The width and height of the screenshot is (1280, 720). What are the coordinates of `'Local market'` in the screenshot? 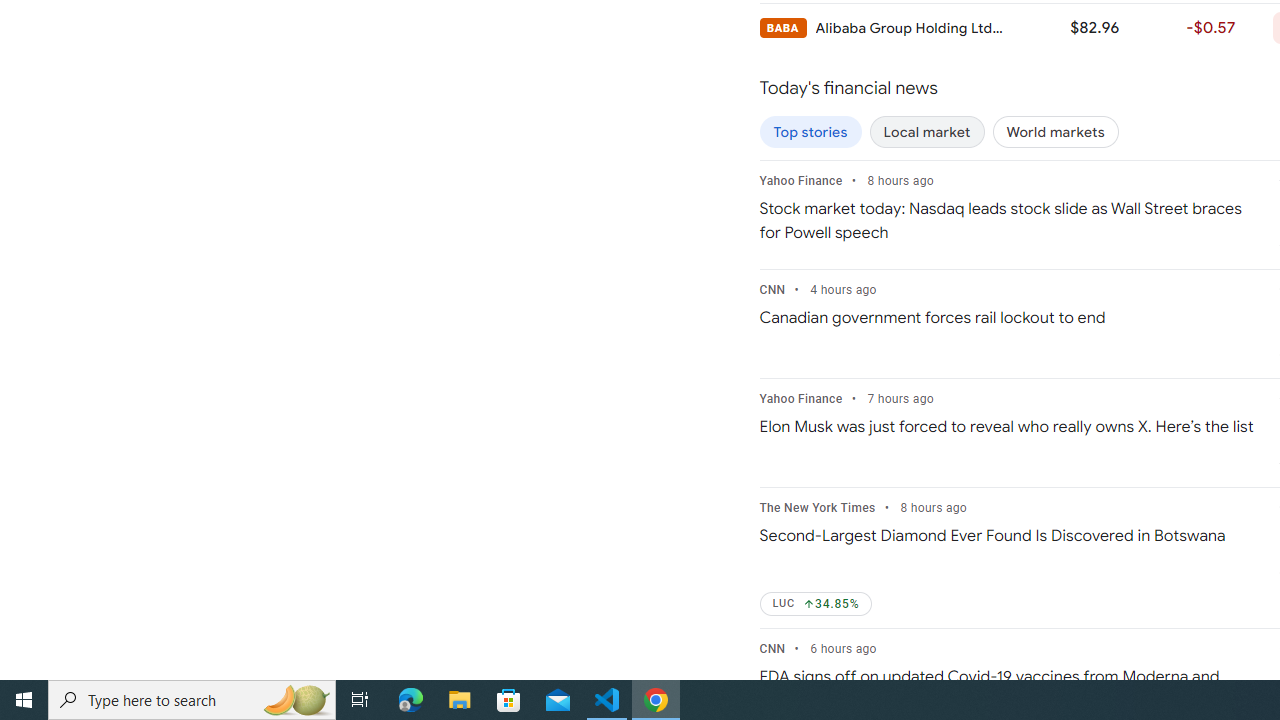 It's located at (926, 132).